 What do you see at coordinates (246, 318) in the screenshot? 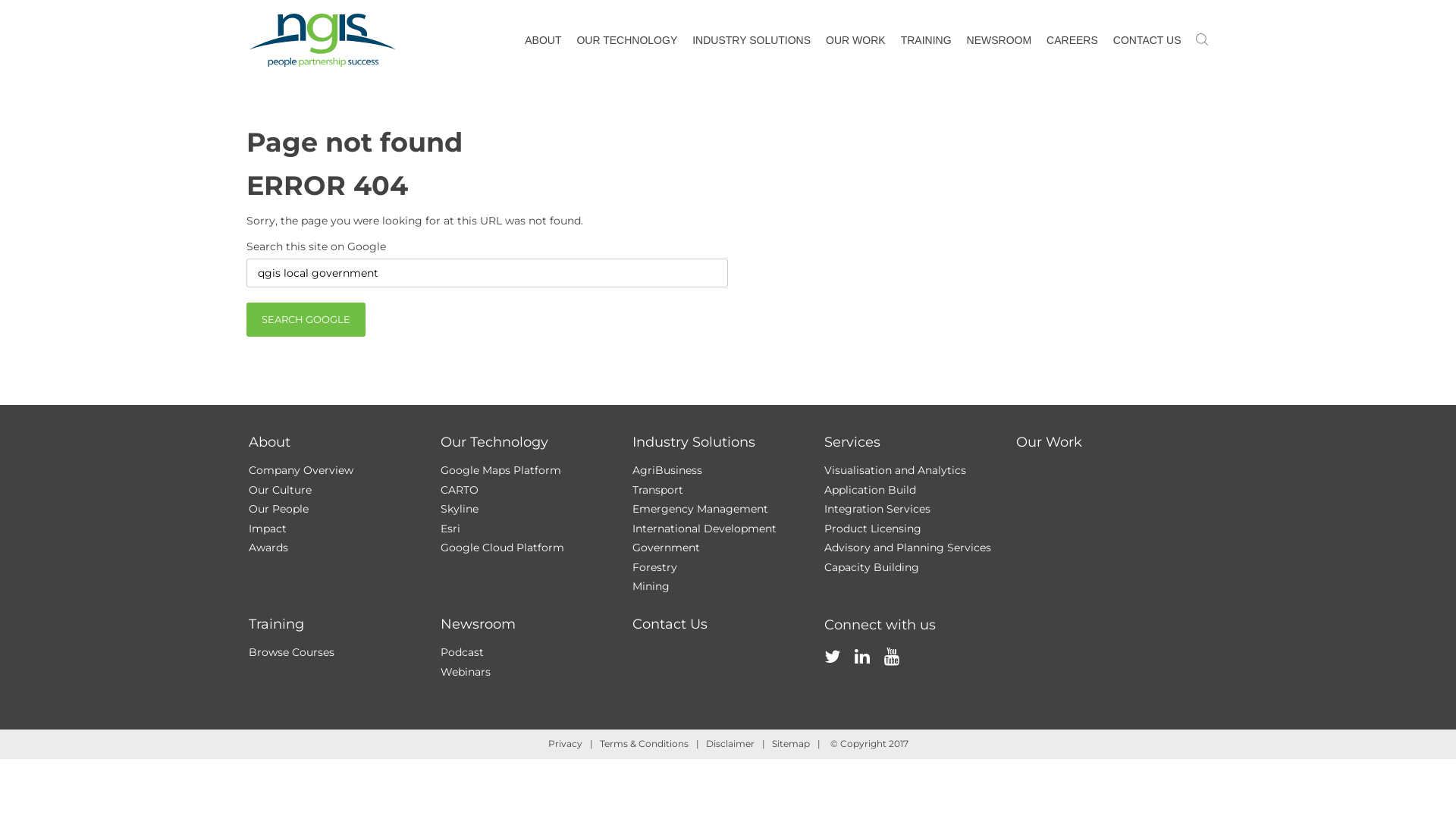
I see `'SEARCH GOOGLE'` at bounding box center [246, 318].